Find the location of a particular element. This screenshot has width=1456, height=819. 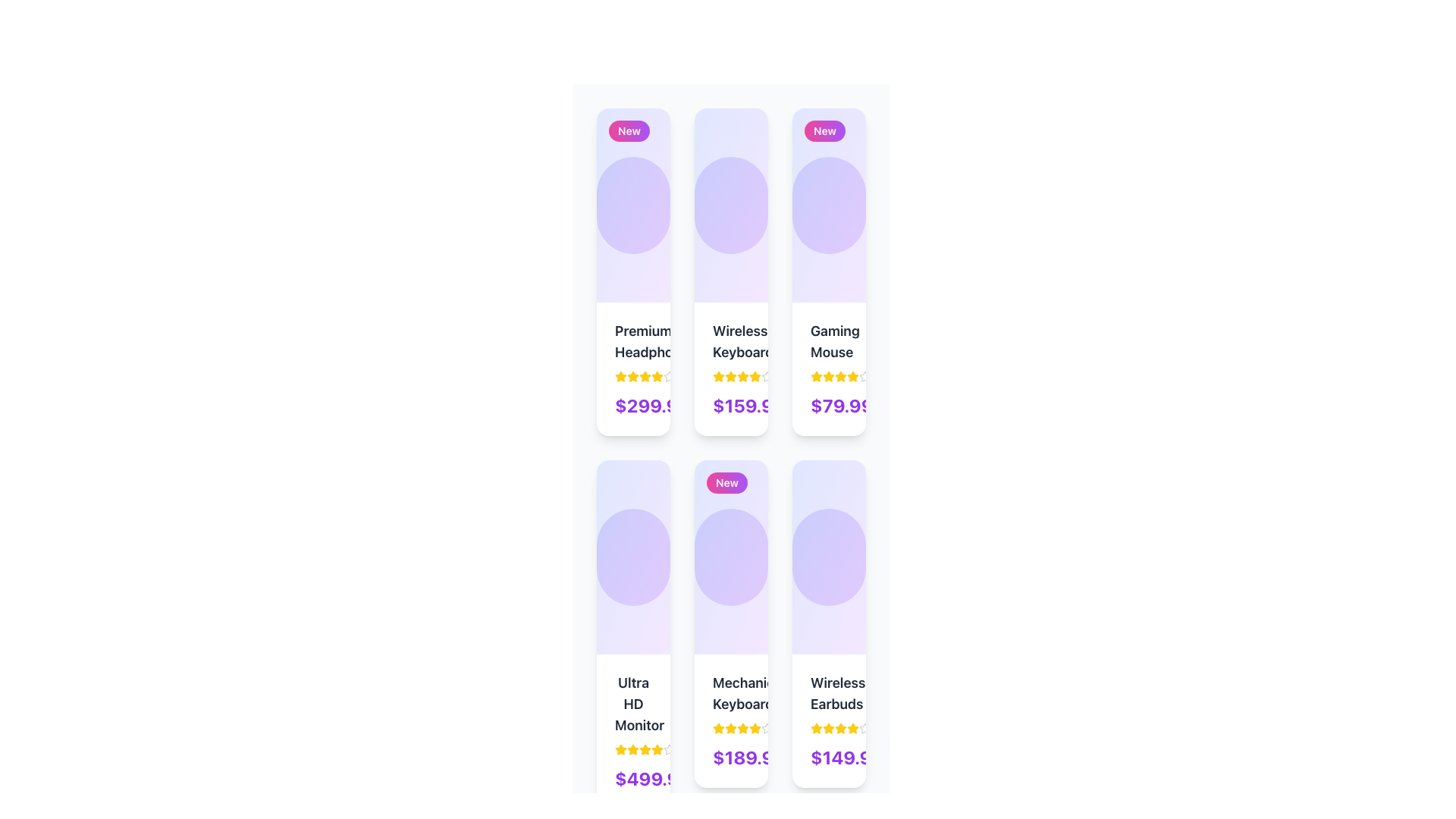

the 'Wireless Keyboard' product card, which has a gradient background and a circular image placeholder is located at coordinates (731, 271).